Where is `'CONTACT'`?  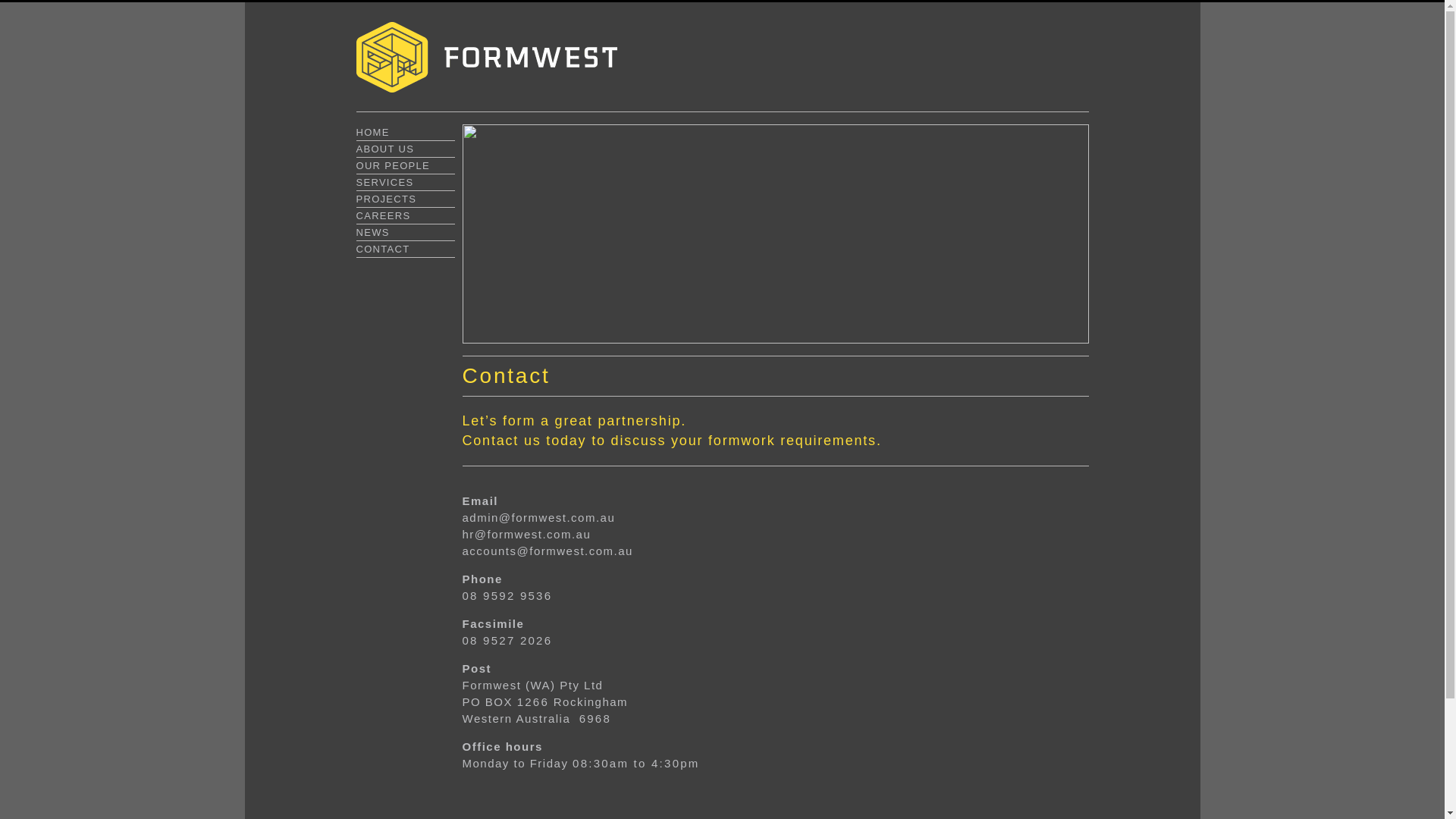 'CONTACT' is located at coordinates (383, 246).